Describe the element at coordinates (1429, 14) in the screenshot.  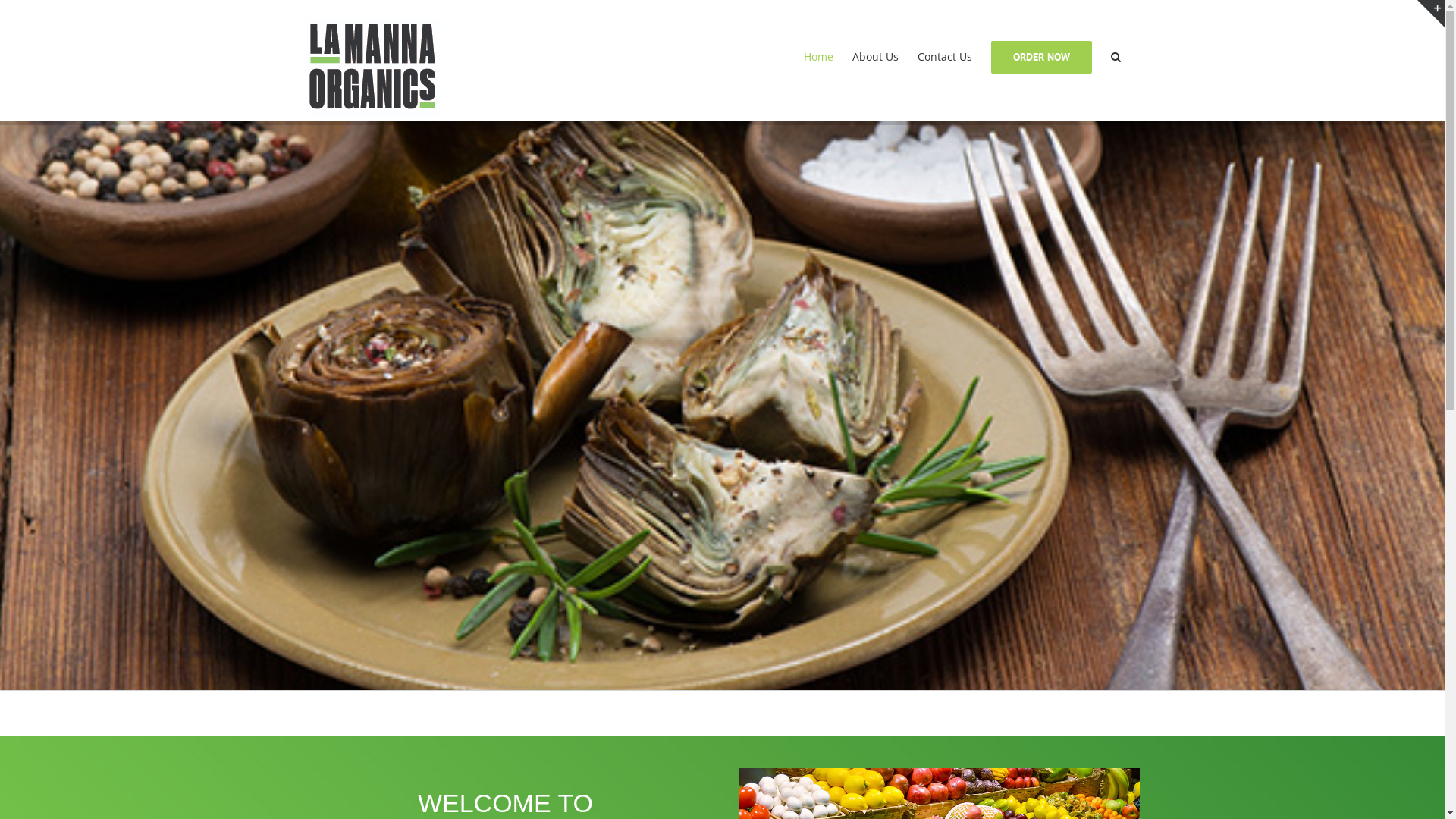
I see `'Toggle Sliding Bar Area'` at that location.